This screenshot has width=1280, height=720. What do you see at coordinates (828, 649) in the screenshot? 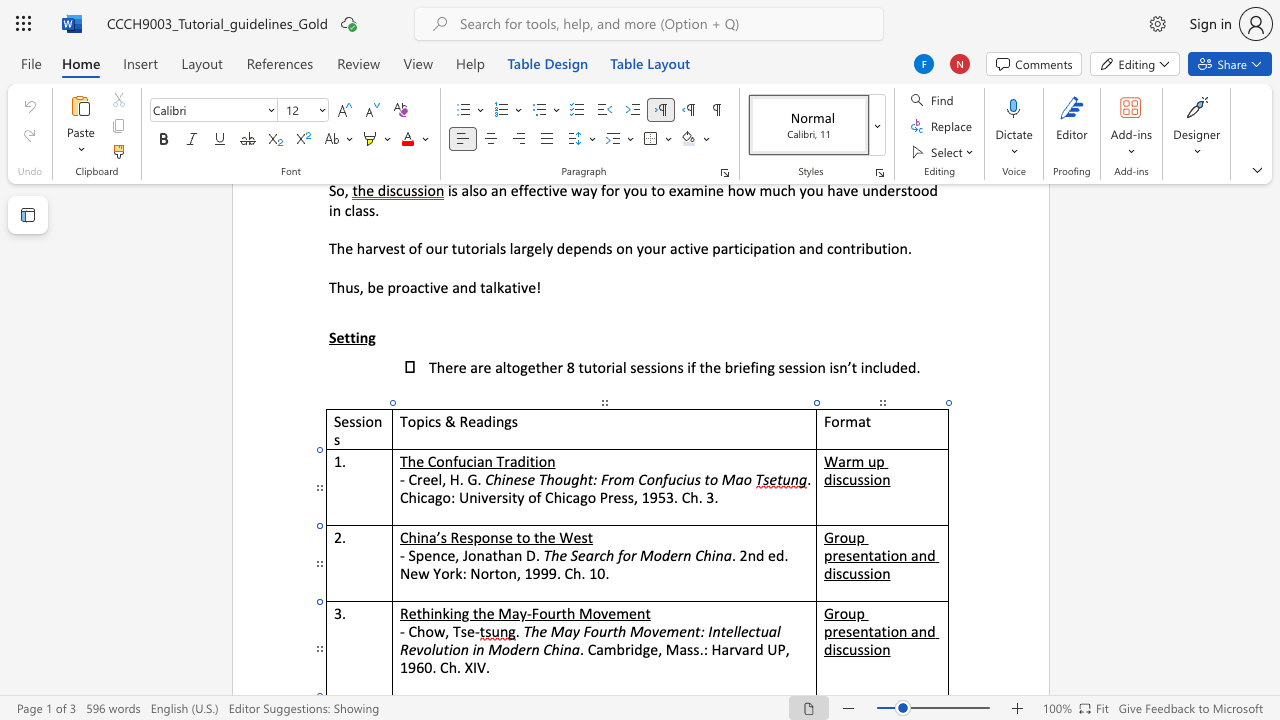
I see `the 2th character "d" in the text` at bounding box center [828, 649].